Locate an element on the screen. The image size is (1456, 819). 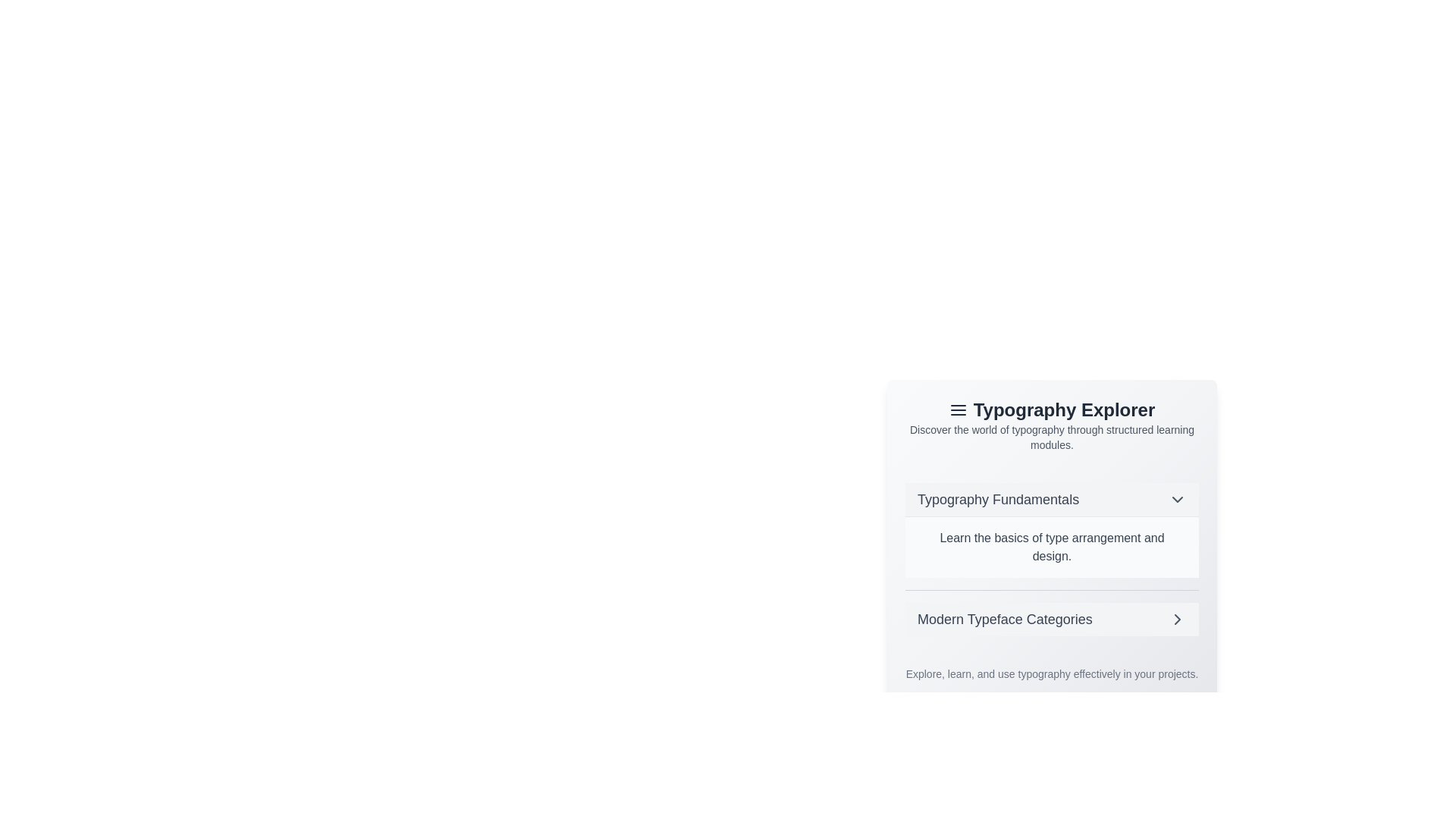
the button labeled 'Modern Typeface Categories' located below 'Typography Fundamentals' in the 'Typography Explorer' module is located at coordinates (1051, 619).